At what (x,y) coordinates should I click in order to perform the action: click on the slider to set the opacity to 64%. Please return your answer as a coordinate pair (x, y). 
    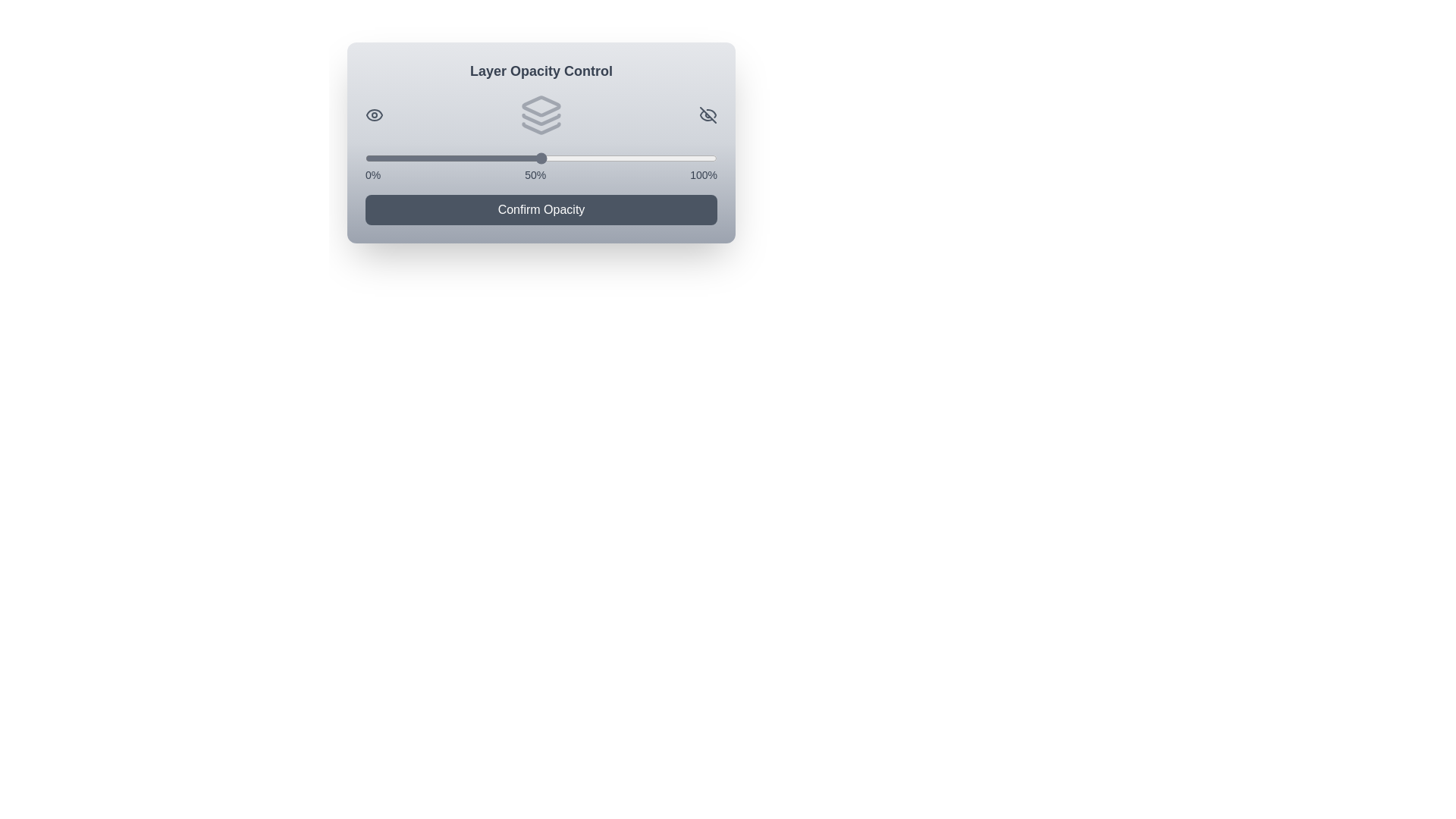
    Looking at the image, I should click on (589, 158).